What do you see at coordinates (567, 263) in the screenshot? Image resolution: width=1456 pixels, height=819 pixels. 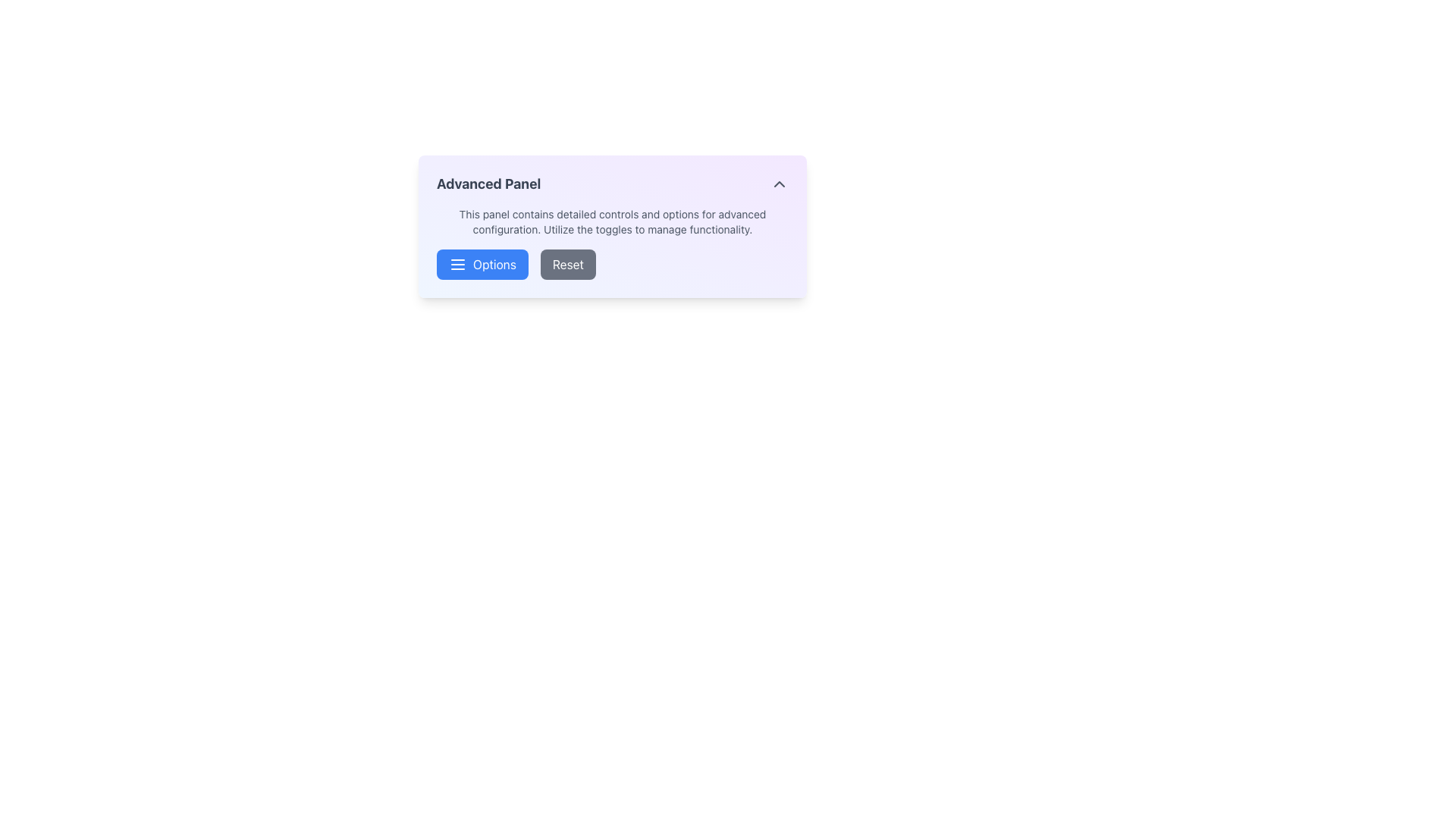 I see `the reset button located to the right of the 'Options' button in the 'Advanced Panel' to reset options to their default values` at bounding box center [567, 263].